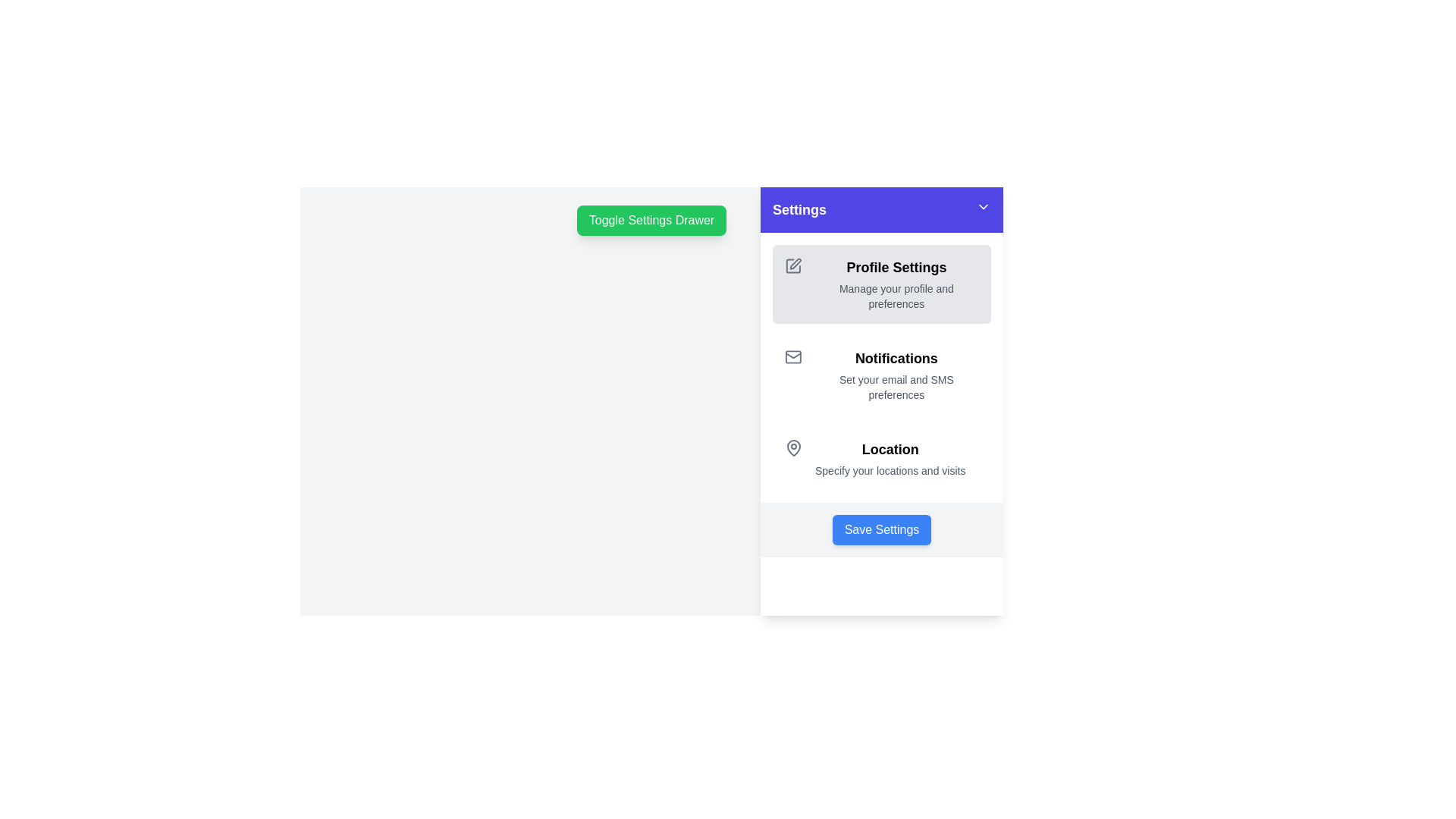 This screenshot has width=1456, height=819. I want to click on the second item in the vertical list within the 'Settings' panel to manage notification preferences for email and SMS, so click(881, 375).